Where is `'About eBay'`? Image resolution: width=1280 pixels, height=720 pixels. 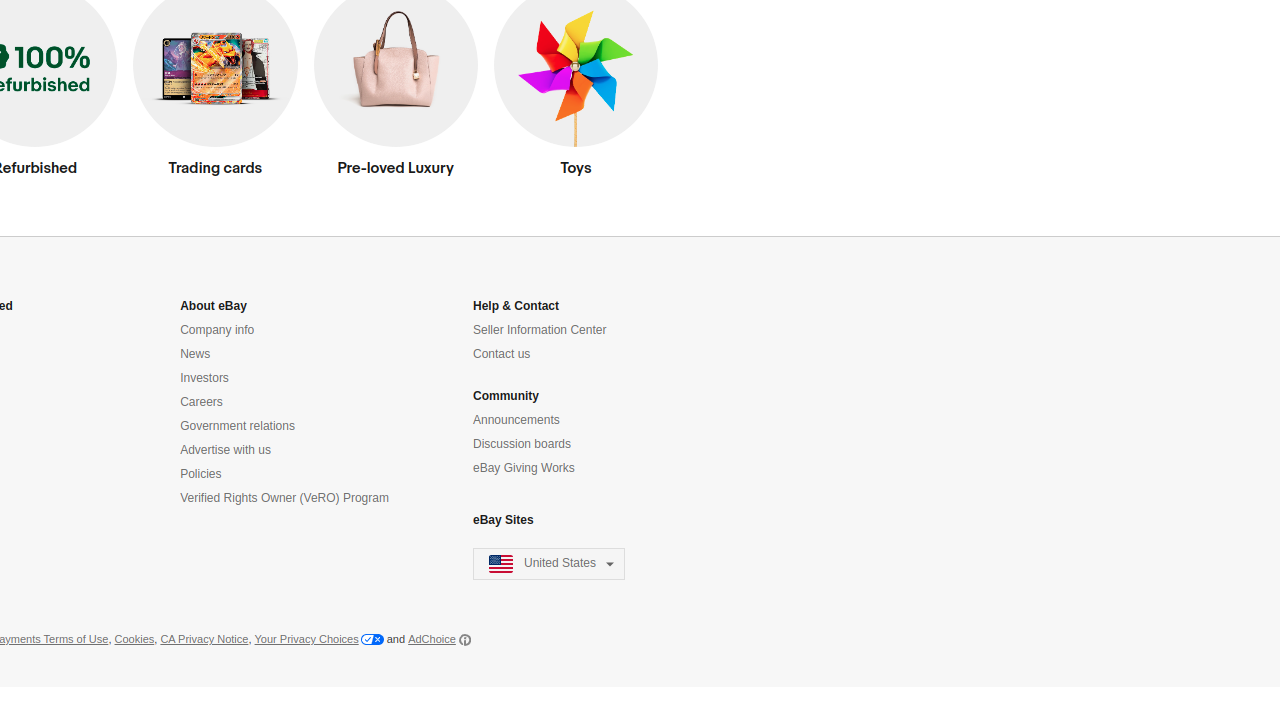 'About eBay' is located at coordinates (213, 306).